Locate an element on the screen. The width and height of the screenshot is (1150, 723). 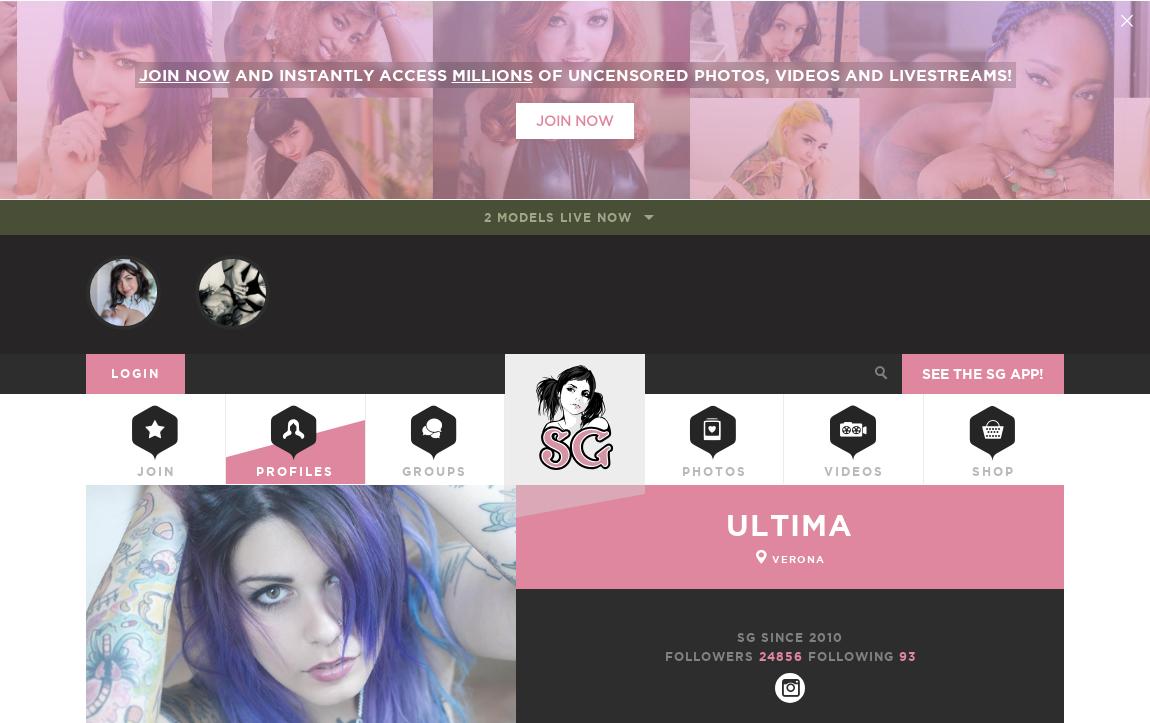
'Join now' is located at coordinates (182, 73).